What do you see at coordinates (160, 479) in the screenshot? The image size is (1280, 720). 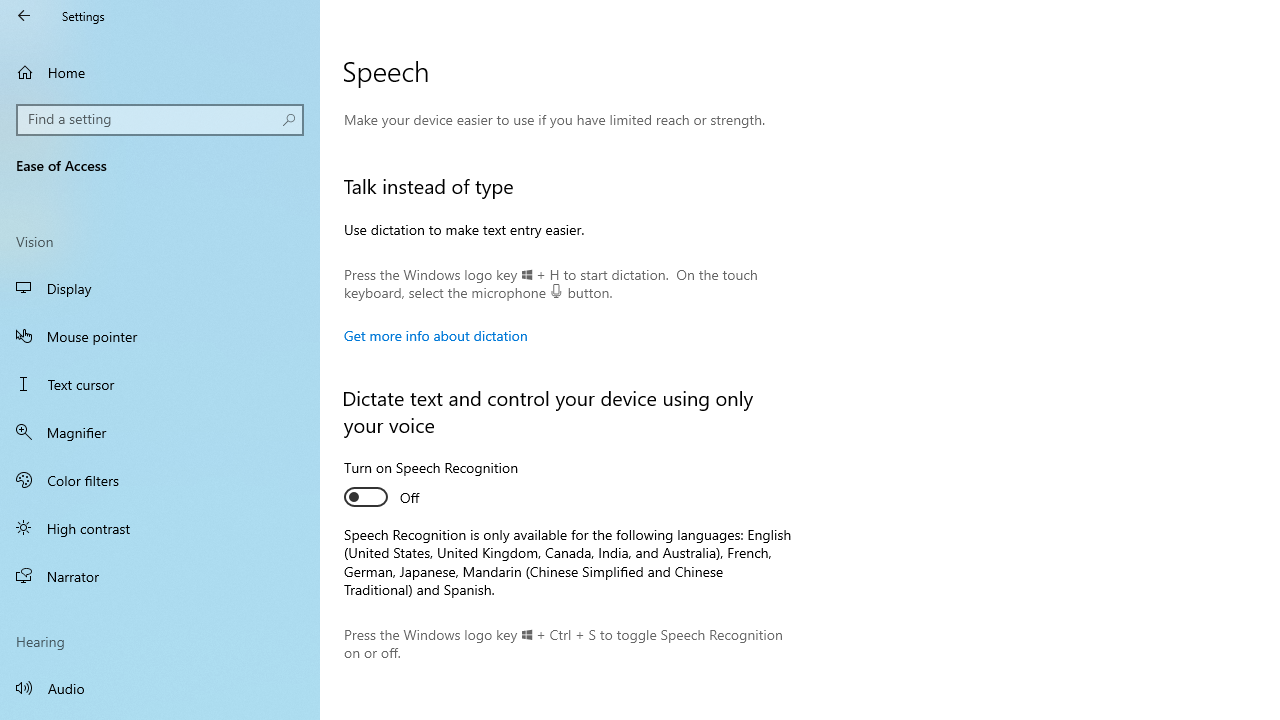 I see `'Color filters'` at bounding box center [160, 479].